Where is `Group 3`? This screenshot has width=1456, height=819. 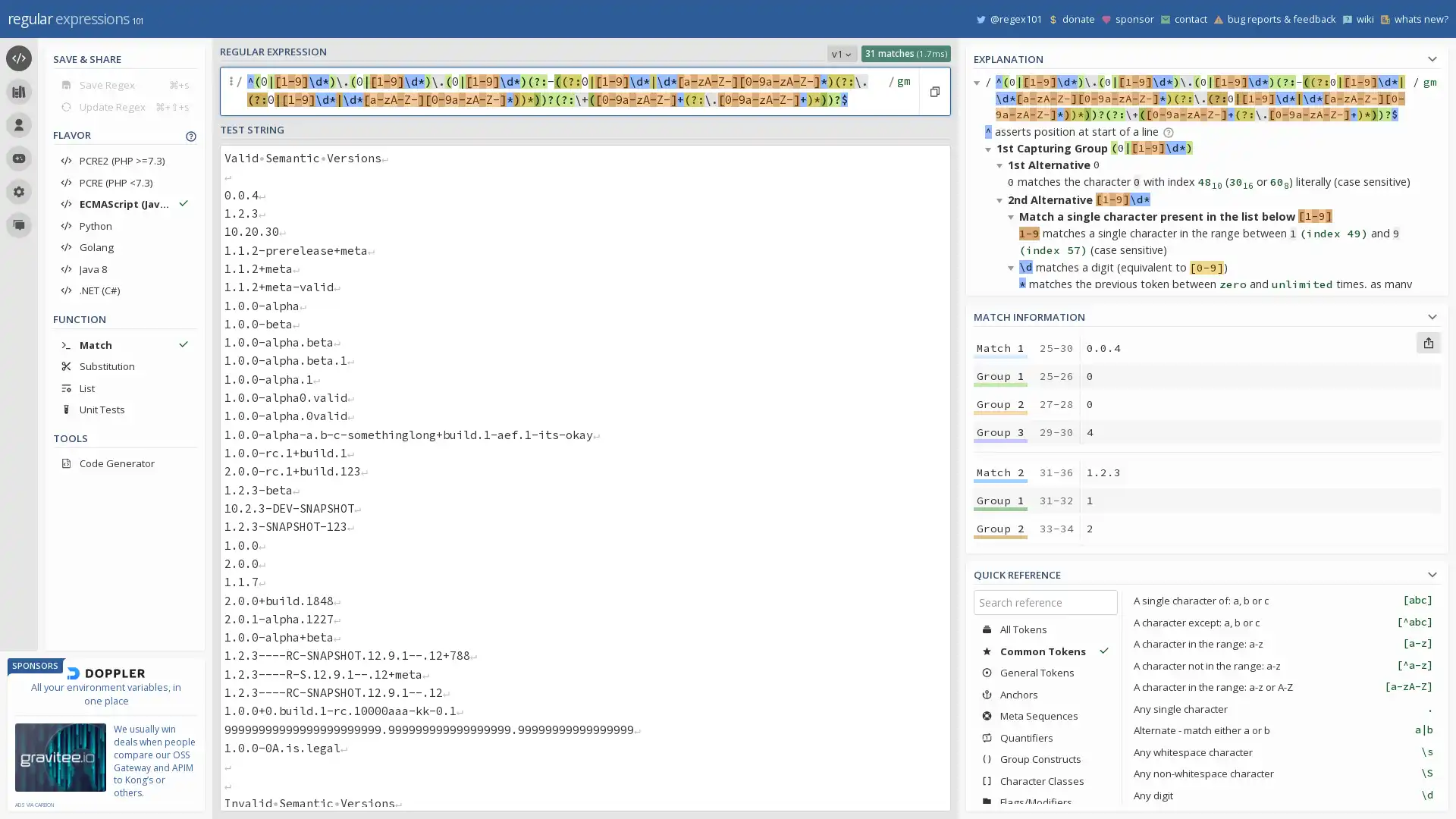 Group 3 is located at coordinates (1000, 432).